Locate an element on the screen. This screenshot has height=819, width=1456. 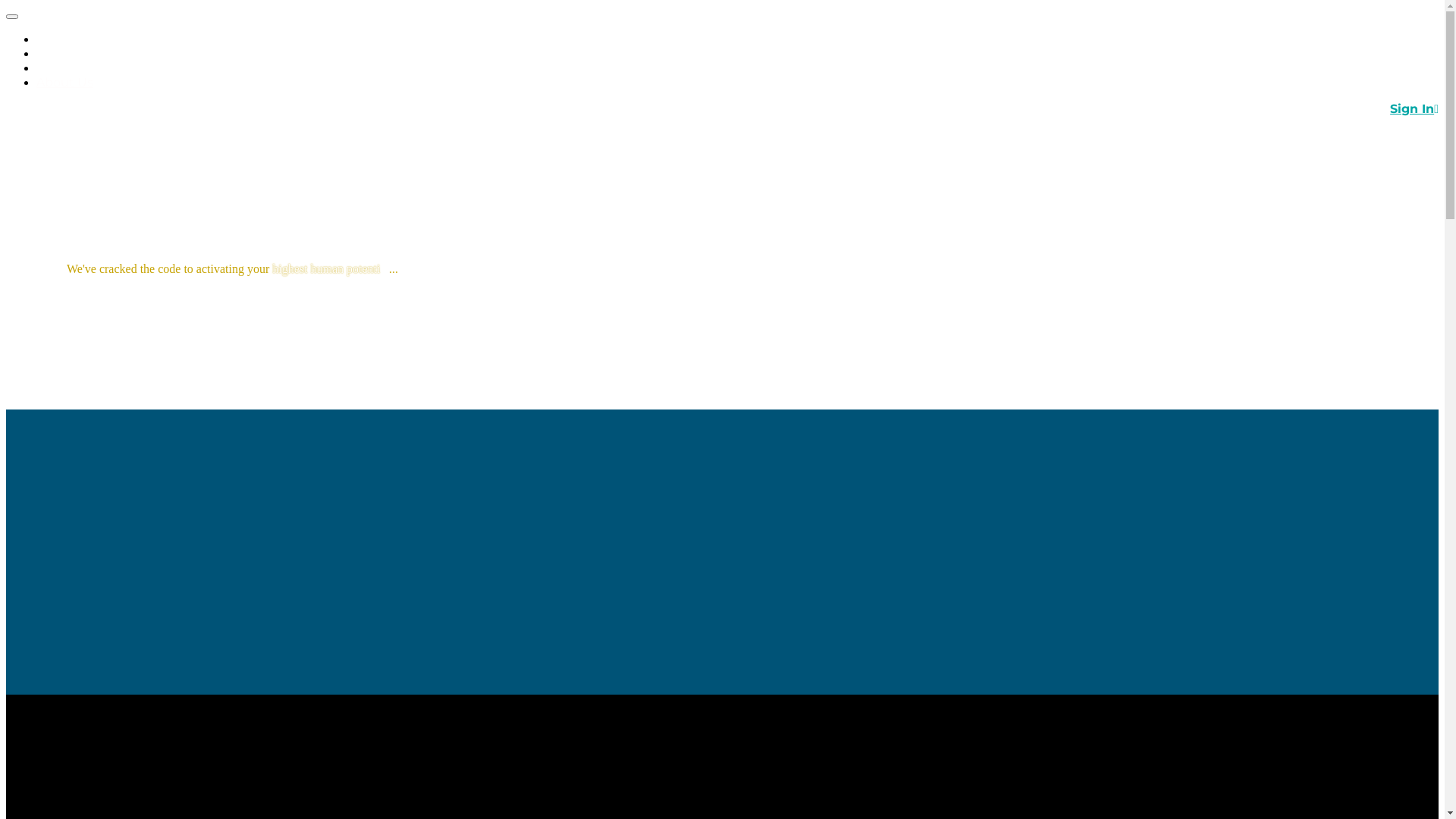
'Programs' is located at coordinates (64, 52).